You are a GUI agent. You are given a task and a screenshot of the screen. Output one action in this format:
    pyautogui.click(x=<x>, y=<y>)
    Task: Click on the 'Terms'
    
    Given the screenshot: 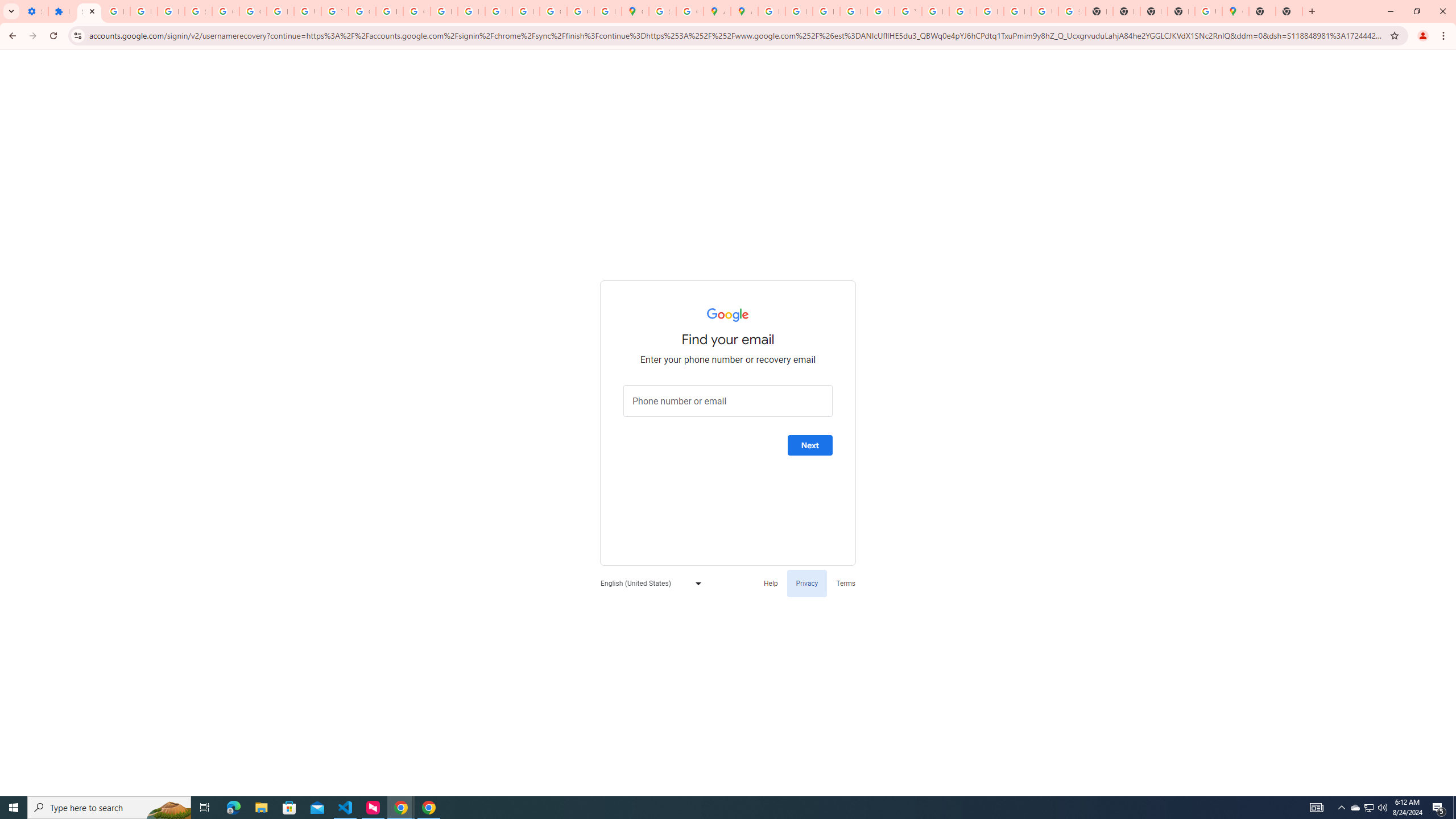 What is the action you would take?
    pyautogui.click(x=846, y=583)
    